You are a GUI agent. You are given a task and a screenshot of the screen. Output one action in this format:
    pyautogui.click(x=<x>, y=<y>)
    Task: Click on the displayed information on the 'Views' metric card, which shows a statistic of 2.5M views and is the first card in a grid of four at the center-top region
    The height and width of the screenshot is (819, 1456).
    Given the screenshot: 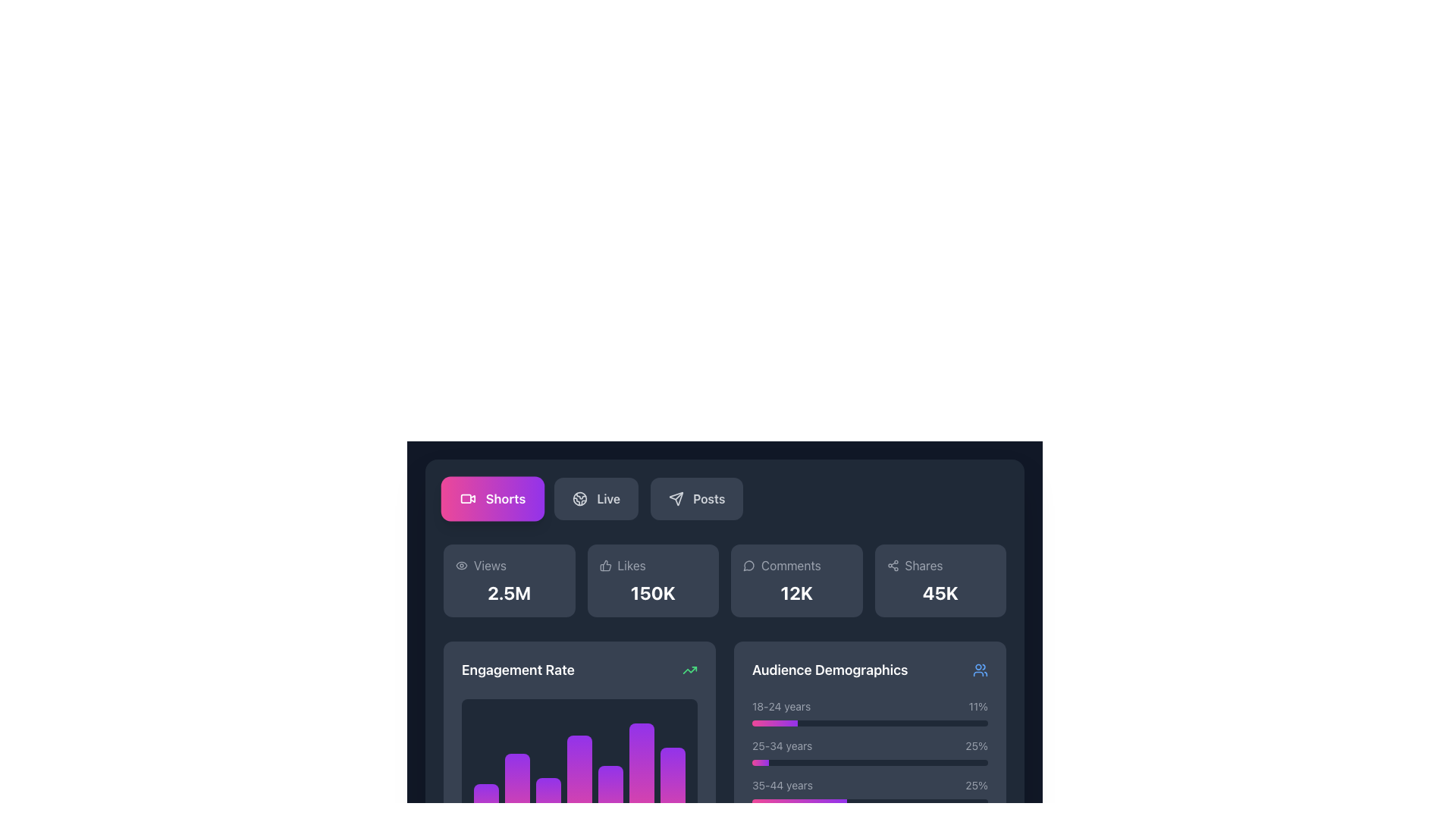 What is the action you would take?
    pyautogui.click(x=509, y=580)
    